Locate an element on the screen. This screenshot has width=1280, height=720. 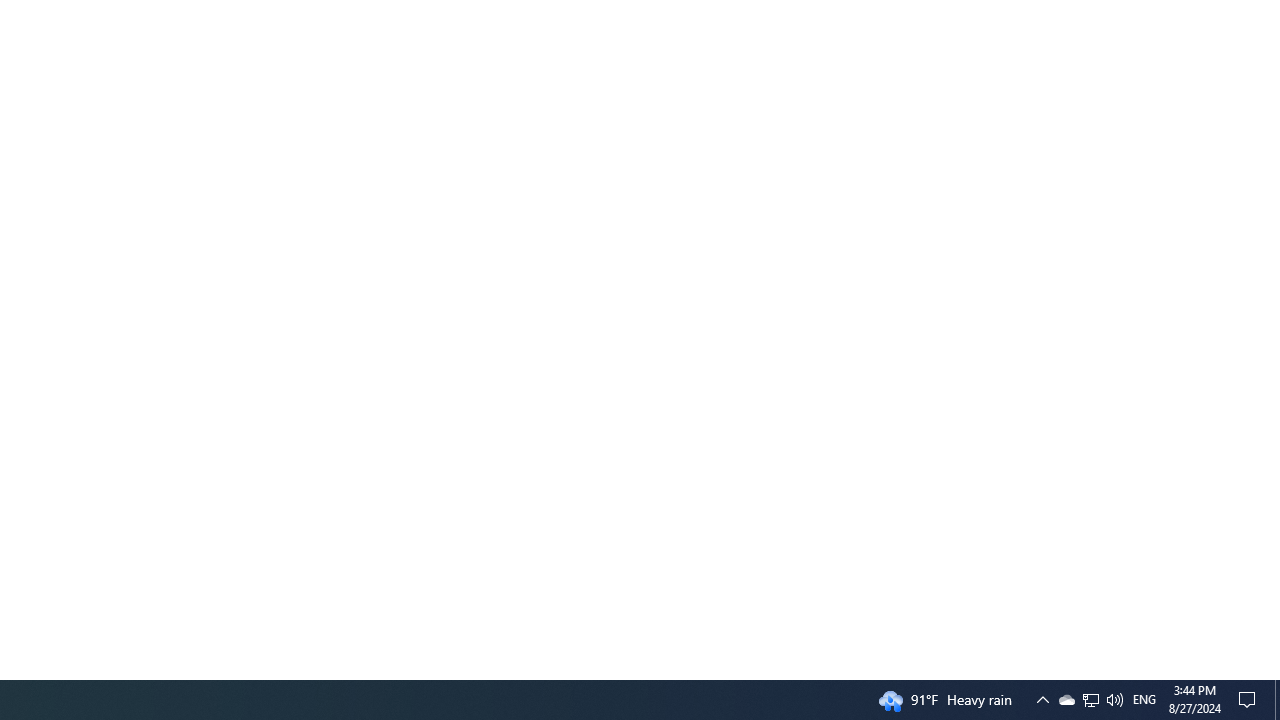
'Tray Input Indicator - English (United States)' is located at coordinates (1144, 698).